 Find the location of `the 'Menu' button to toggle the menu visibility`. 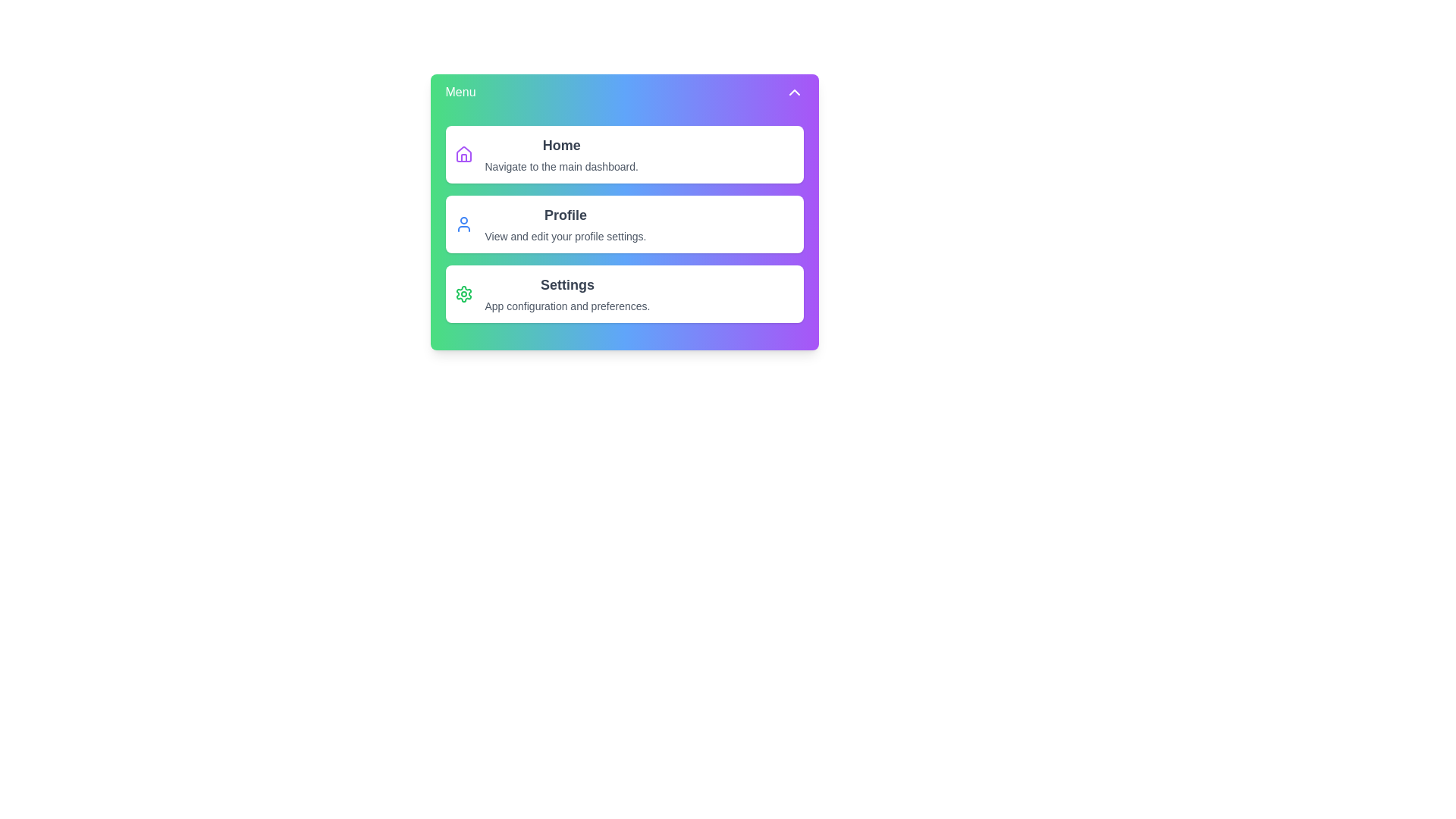

the 'Menu' button to toggle the menu visibility is located at coordinates (624, 93).